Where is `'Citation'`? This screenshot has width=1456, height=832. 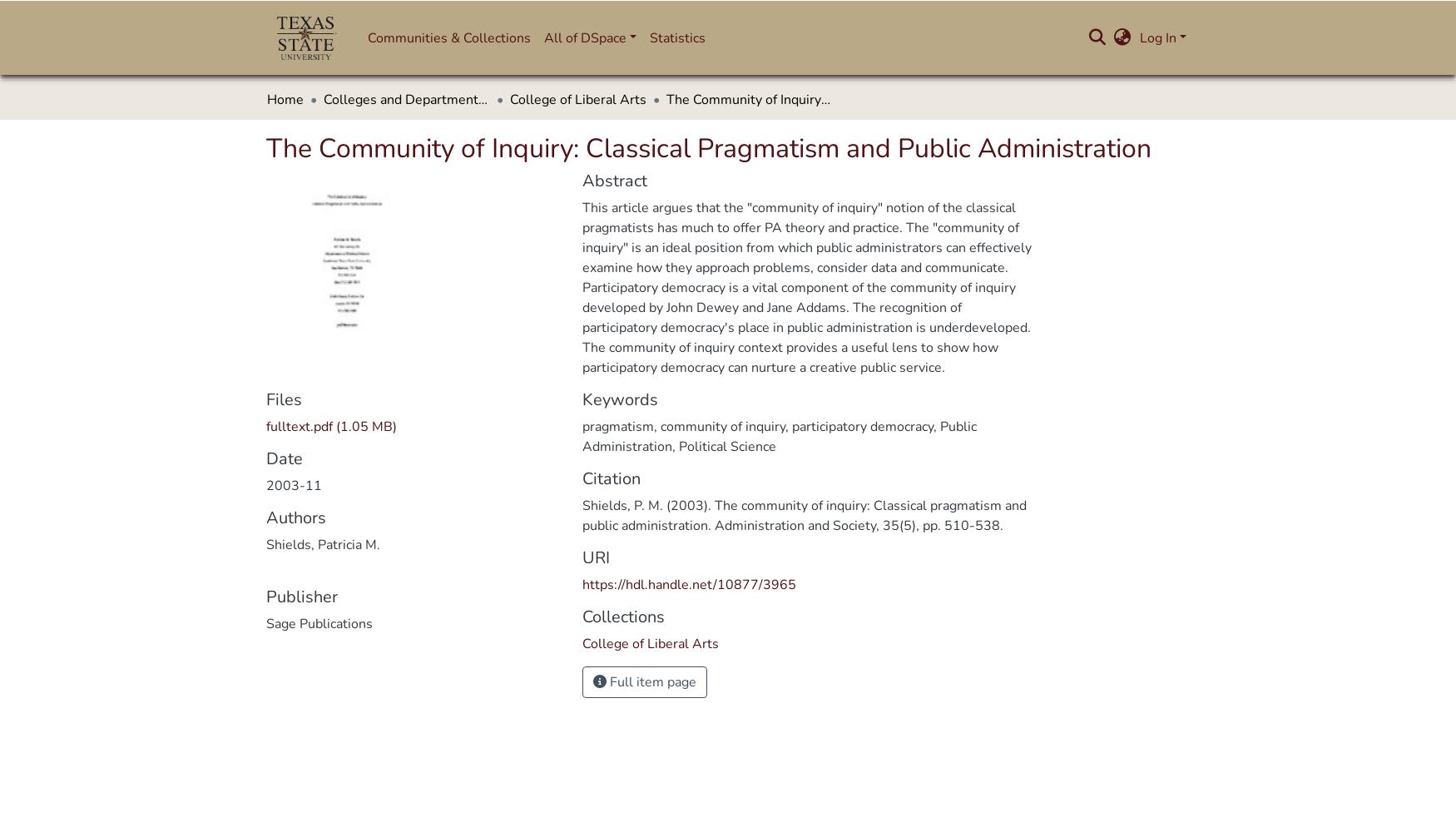
'Citation' is located at coordinates (612, 478).